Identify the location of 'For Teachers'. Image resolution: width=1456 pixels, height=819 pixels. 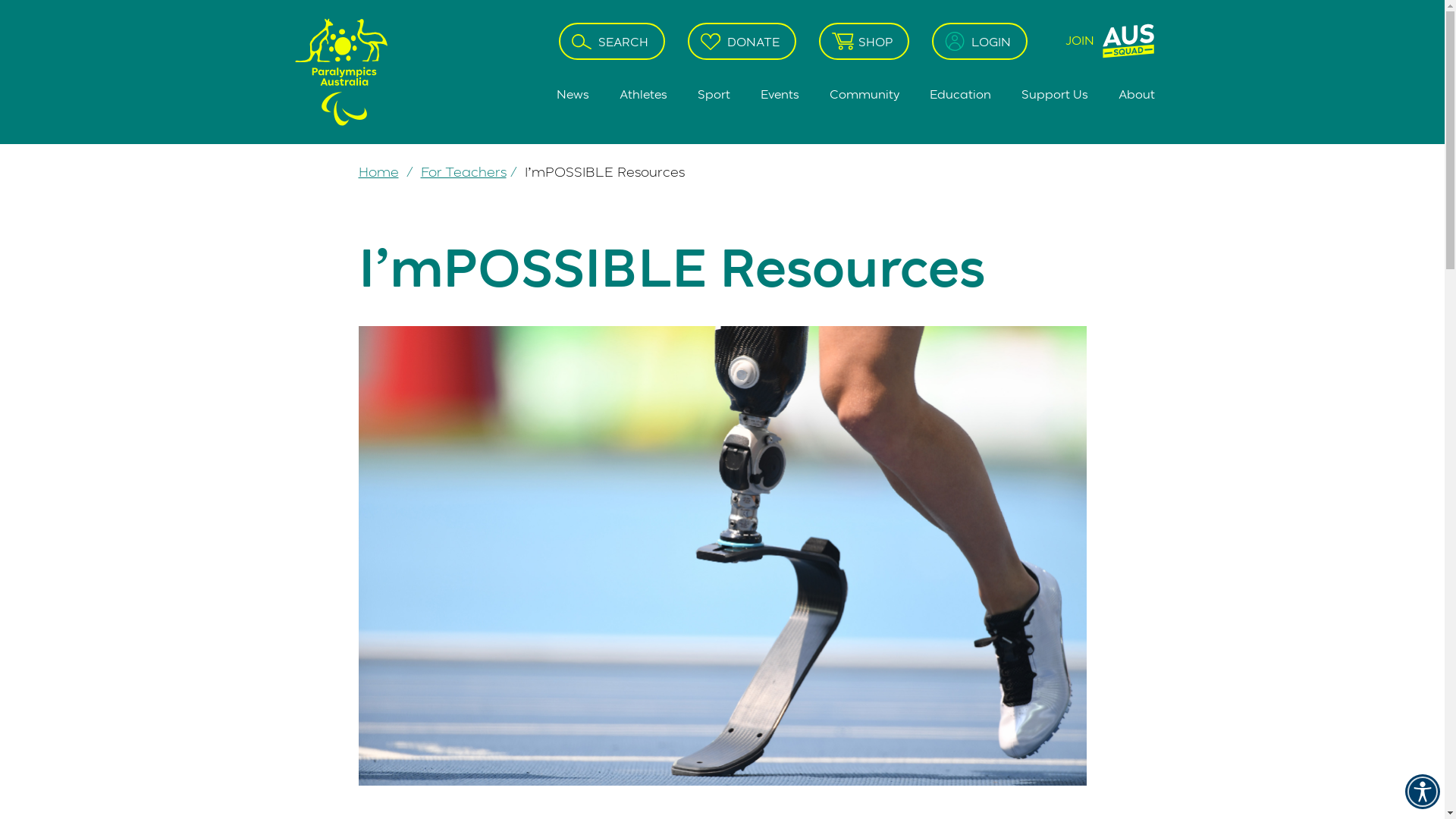
(419, 171).